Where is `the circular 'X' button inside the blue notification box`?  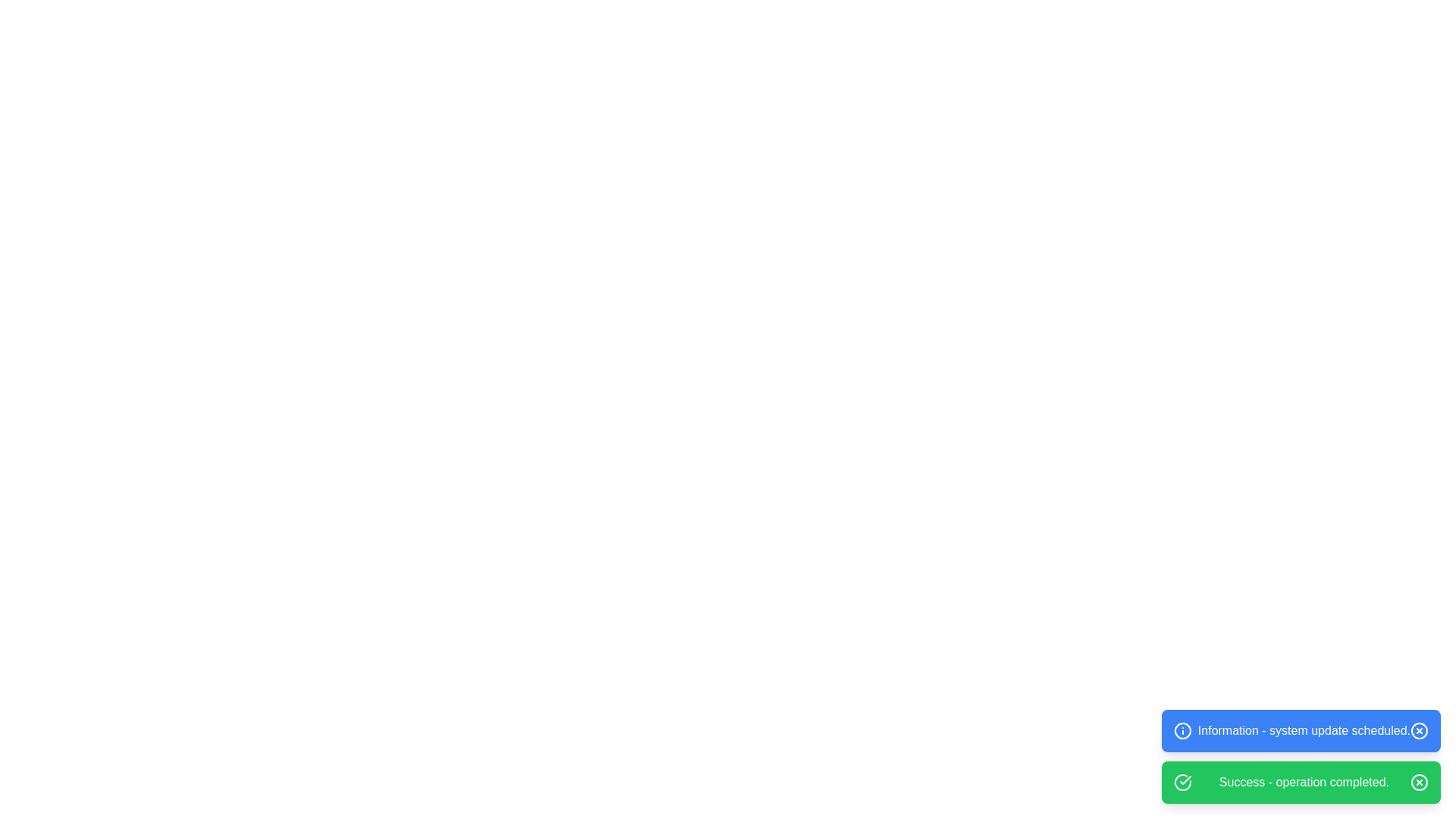
the circular 'X' button inside the blue notification box is located at coordinates (1419, 730).